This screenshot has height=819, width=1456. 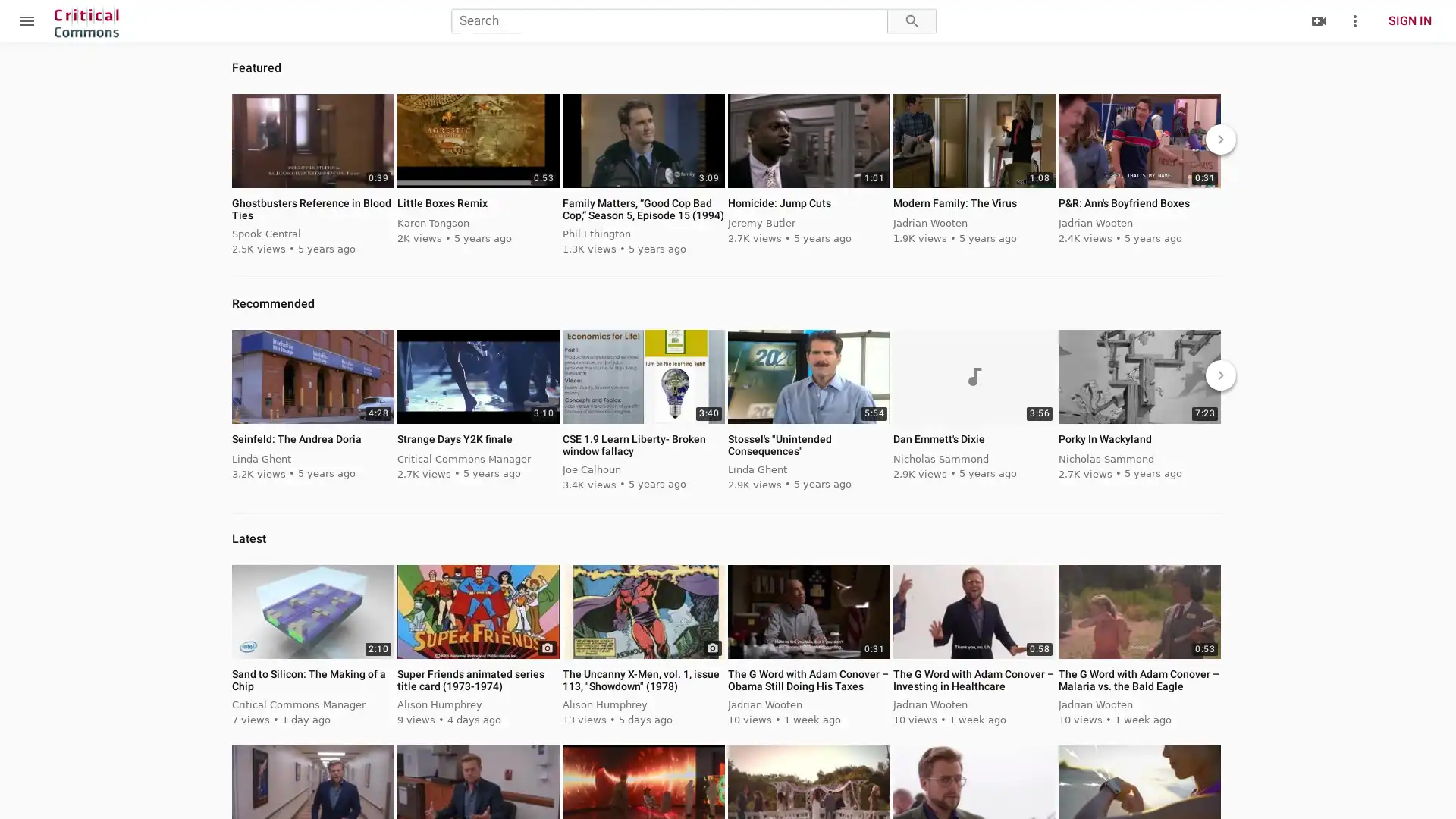 What do you see at coordinates (27, 20) in the screenshot?
I see `menu` at bounding box center [27, 20].